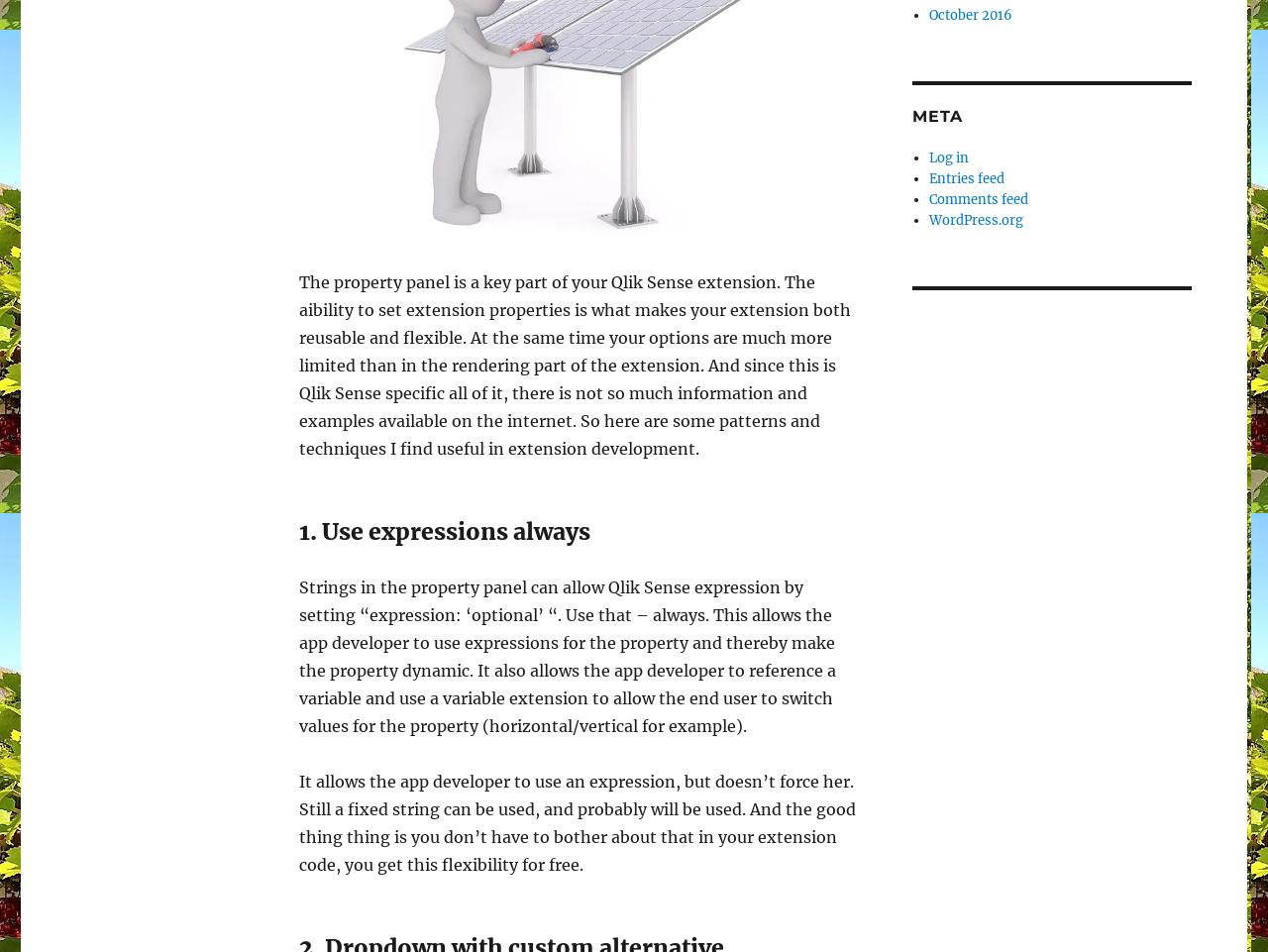 The height and width of the screenshot is (952, 1268). Describe the element at coordinates (978, 199) in the screenshot. I see `'Comments feed'` at that location.